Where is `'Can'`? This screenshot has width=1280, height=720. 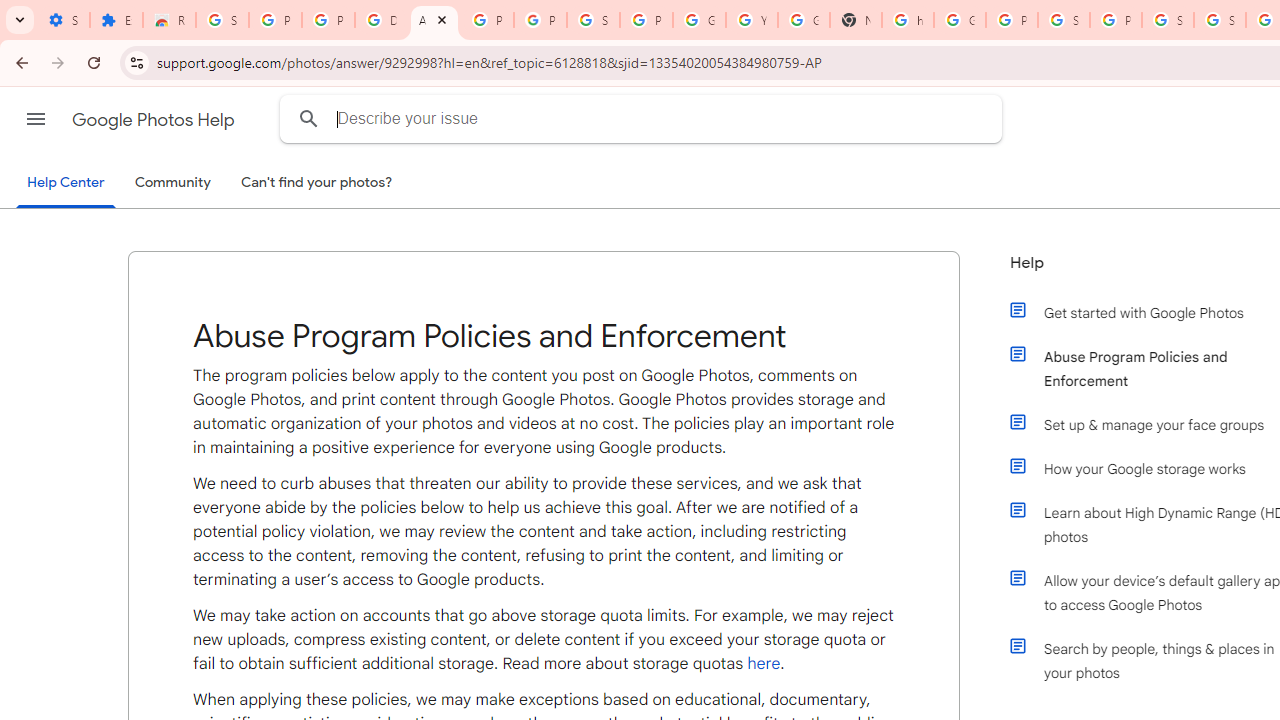
'Can' is located at coordinates (316, 183).